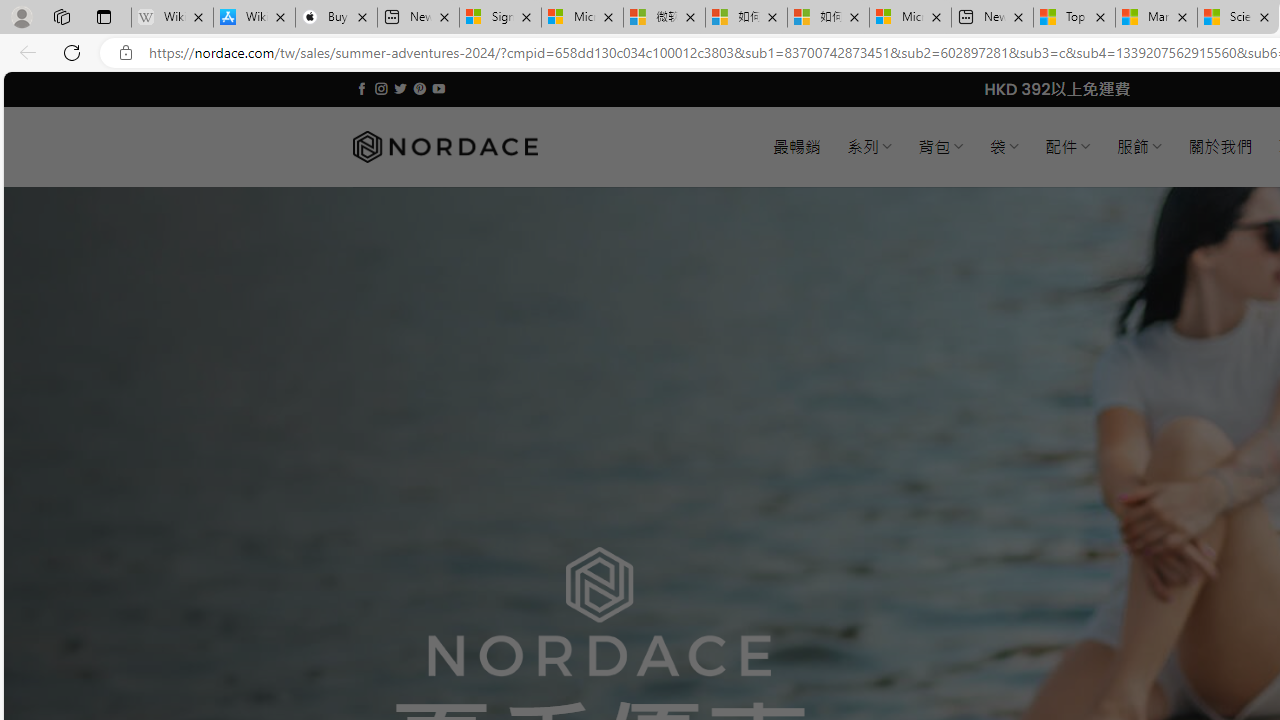 The height and width of the screenshot is (720, 1280). I want to click on 'Marine life - MSN', so click(1156, 17).